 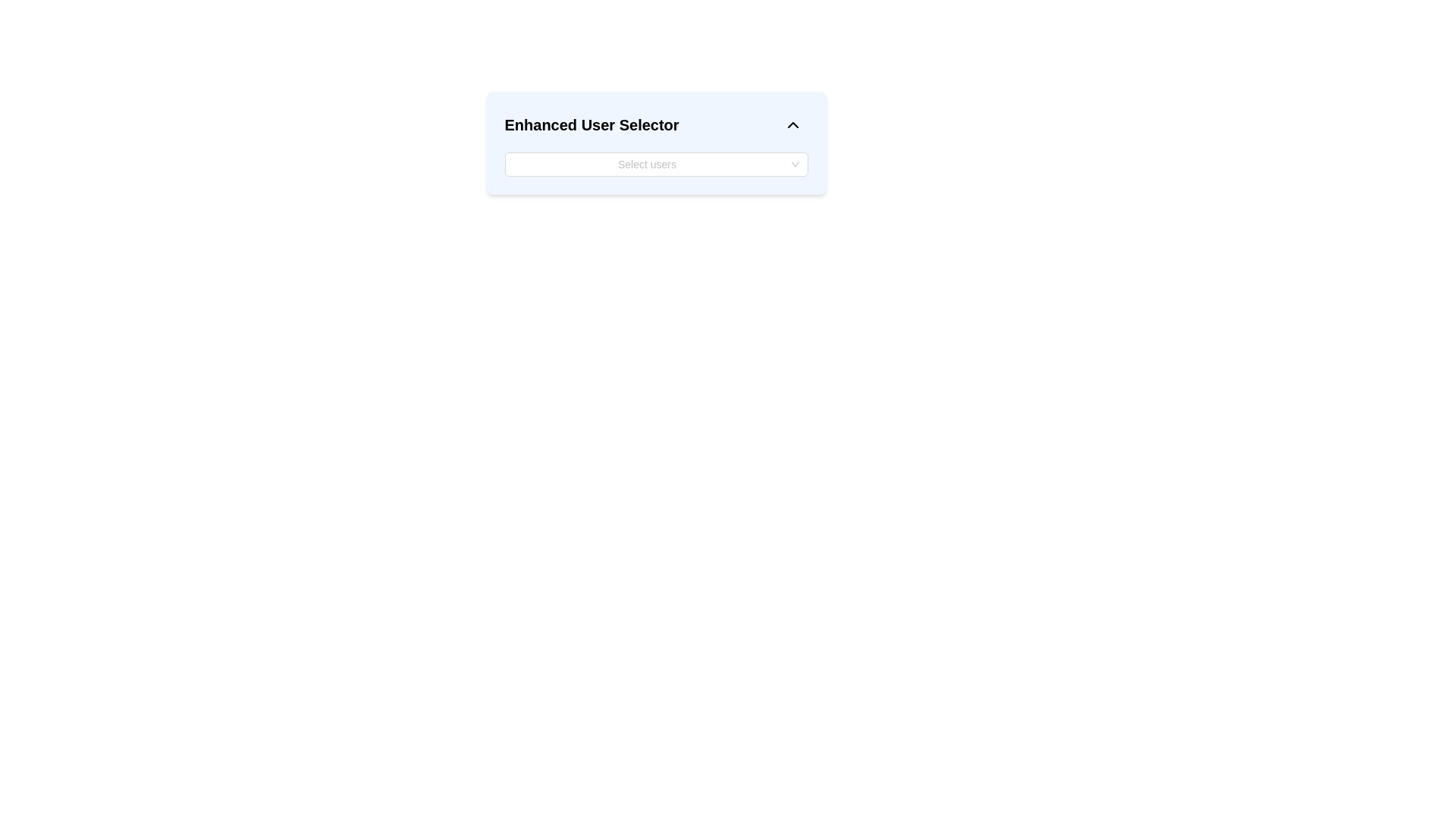 I want to click on the non-interactive placeholder element within the search bar of the 'Select users' dropdown in the 'Enhanced User Selector' section, so click(x=515, y=164).